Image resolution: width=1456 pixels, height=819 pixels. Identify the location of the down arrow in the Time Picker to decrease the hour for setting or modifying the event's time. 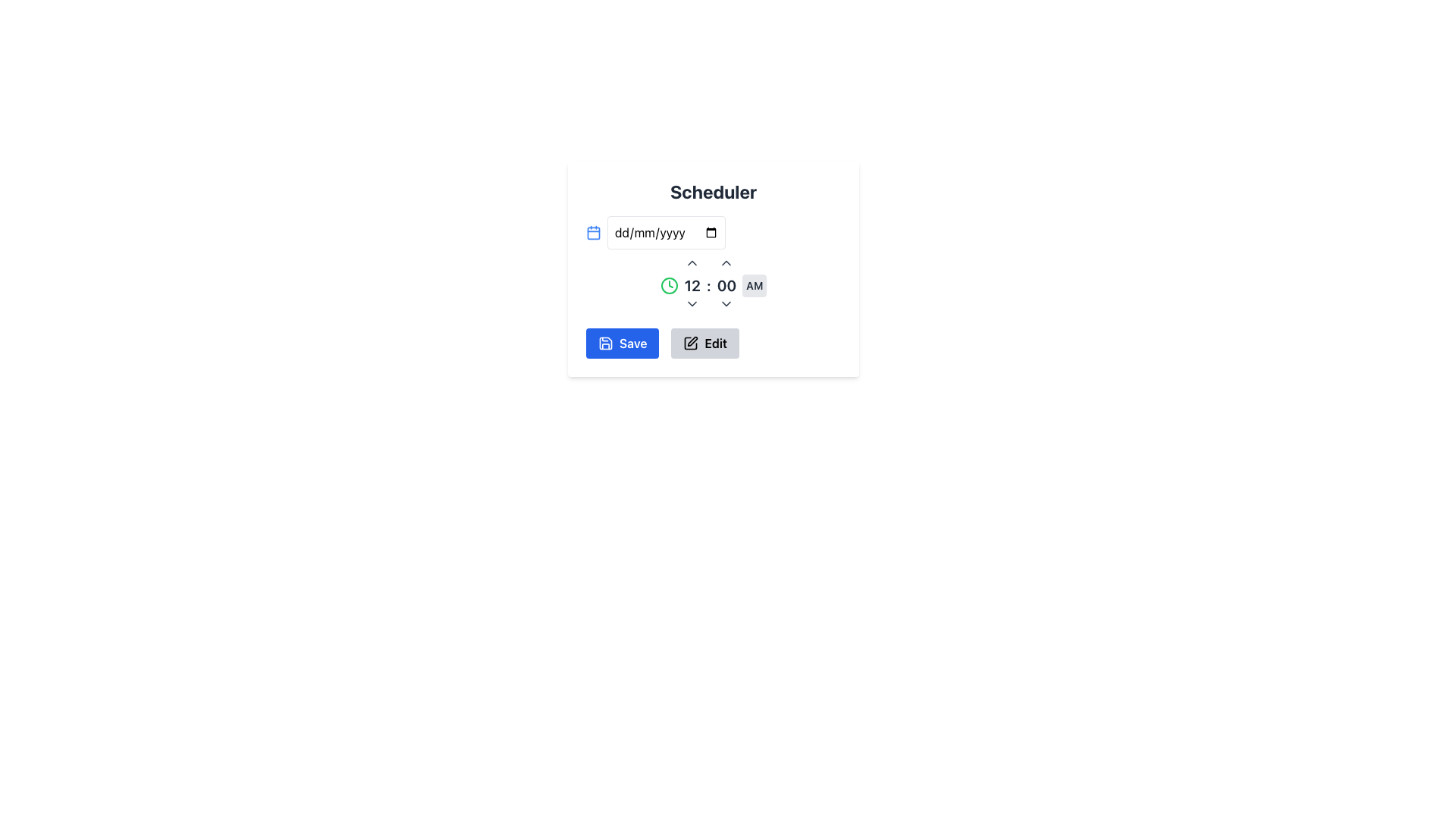
(712, 286).